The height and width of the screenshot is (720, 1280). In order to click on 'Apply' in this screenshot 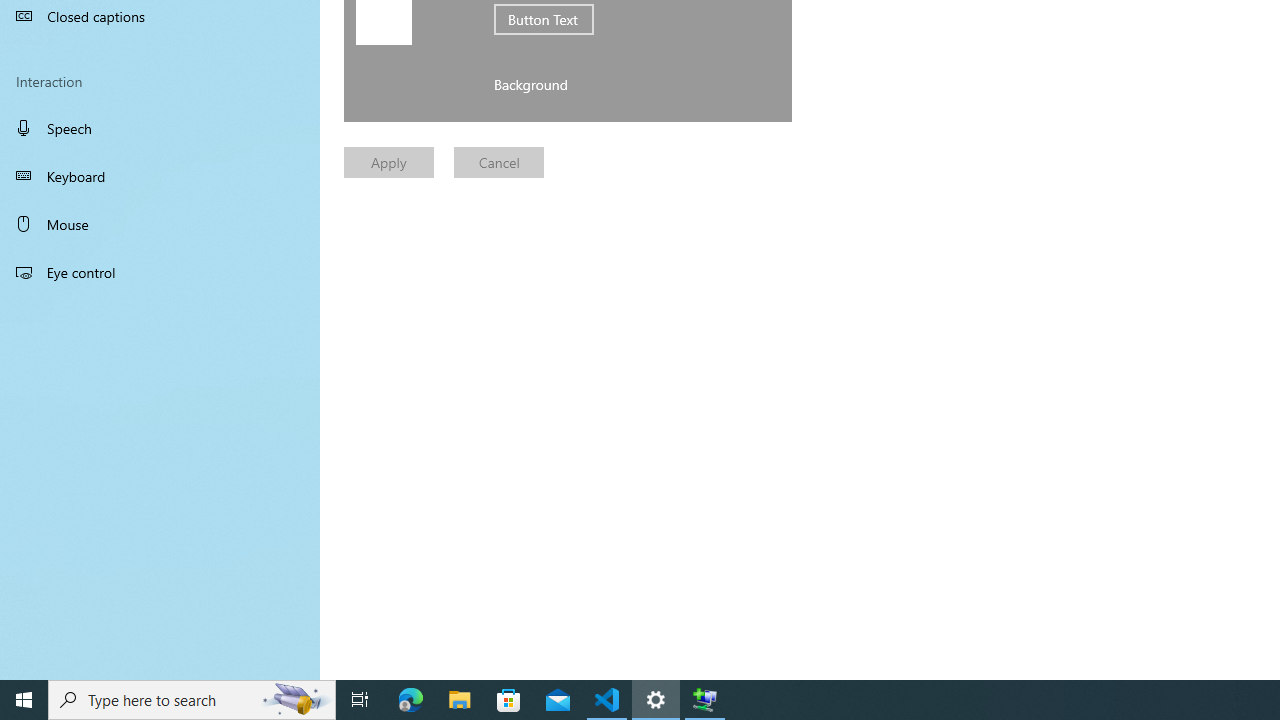, I will do `click(389, 161)`.